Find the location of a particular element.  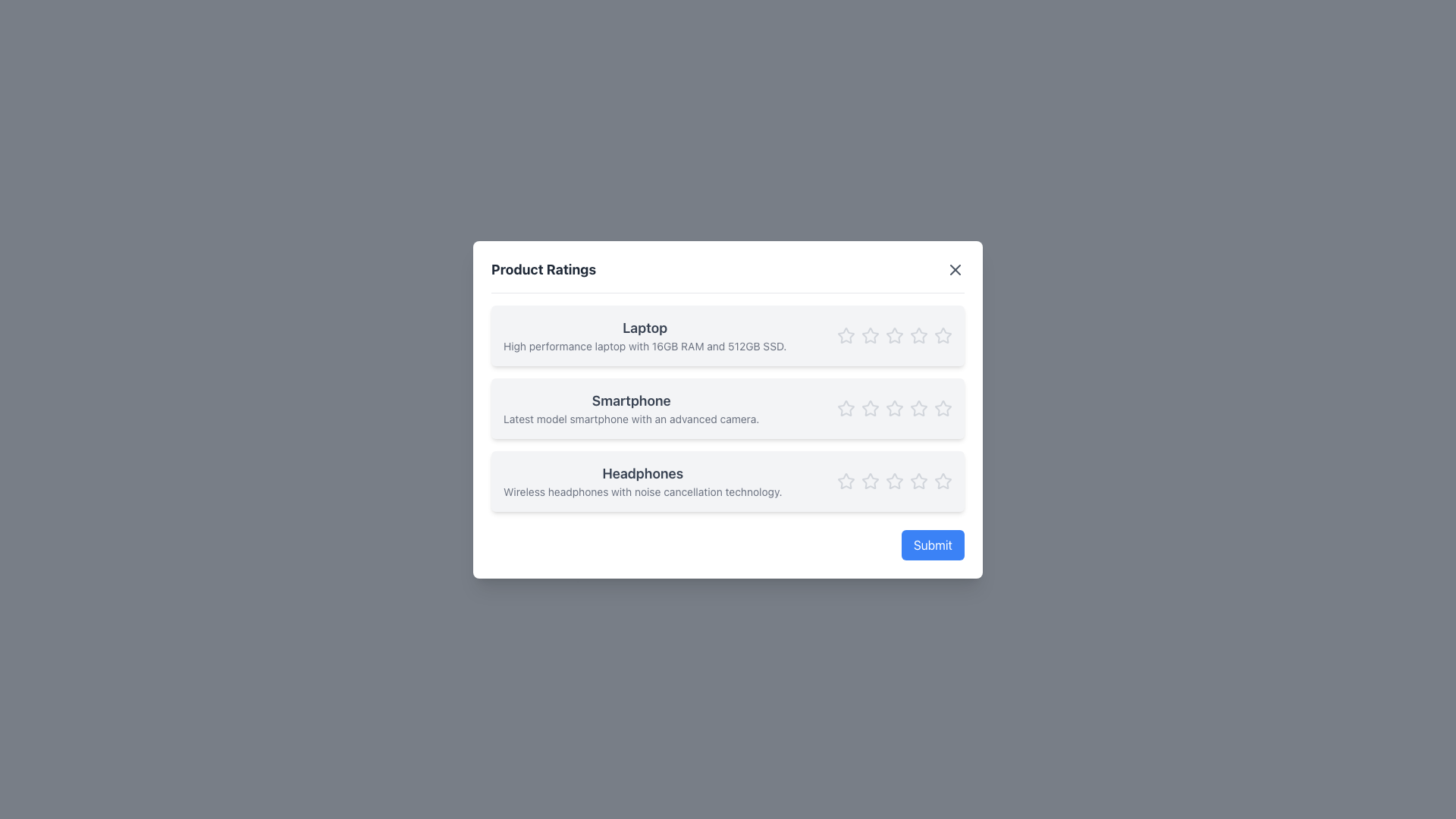

product rating information for the 'Smartphone' which includes the title and description, located in the second item of a vertical list within a modal dialog box is located at coordinates (728, 409).